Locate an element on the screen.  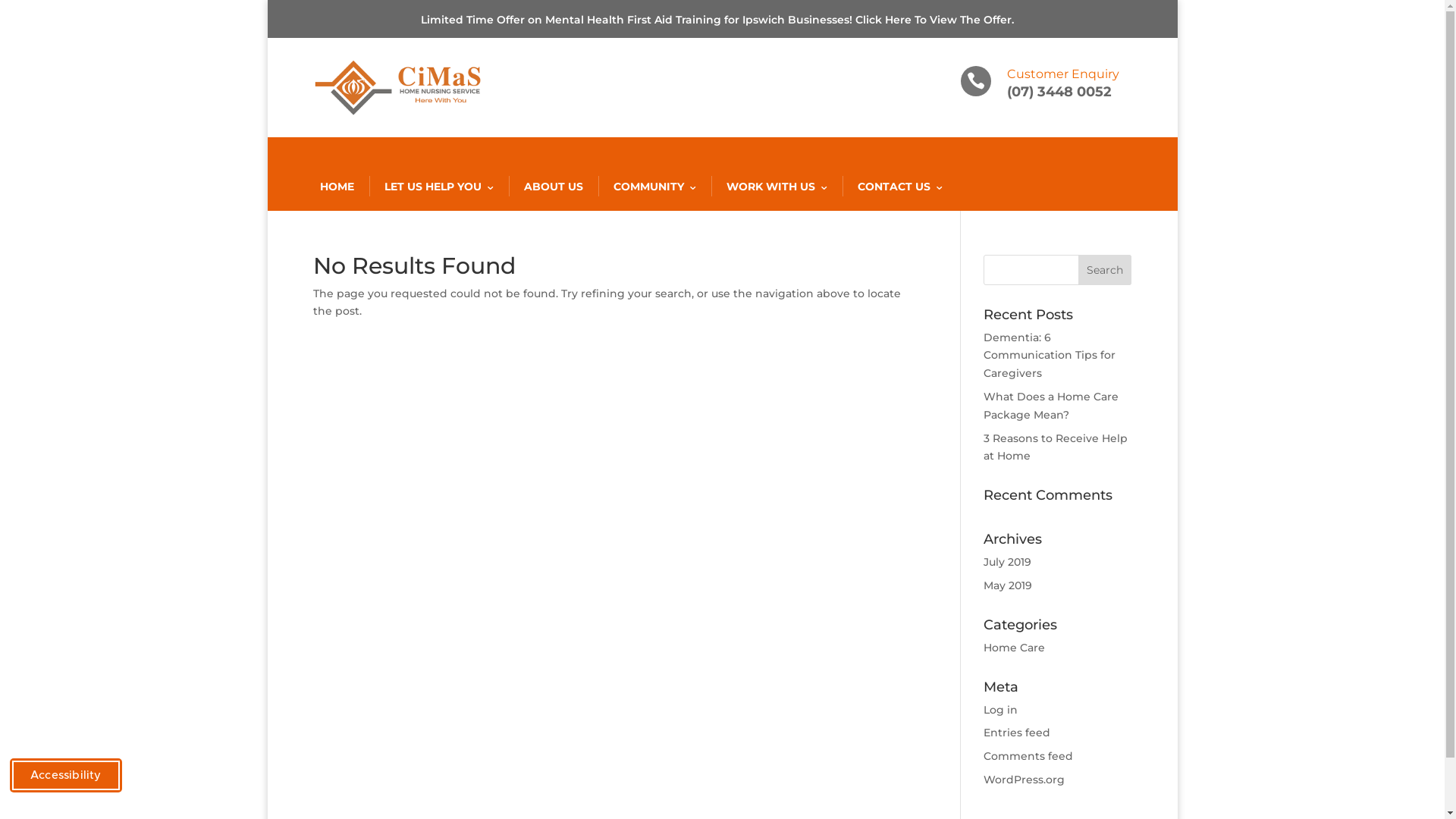
'Dementia: 6 Communication Tips for Caregivers' is located at coordinates (1048, 356).